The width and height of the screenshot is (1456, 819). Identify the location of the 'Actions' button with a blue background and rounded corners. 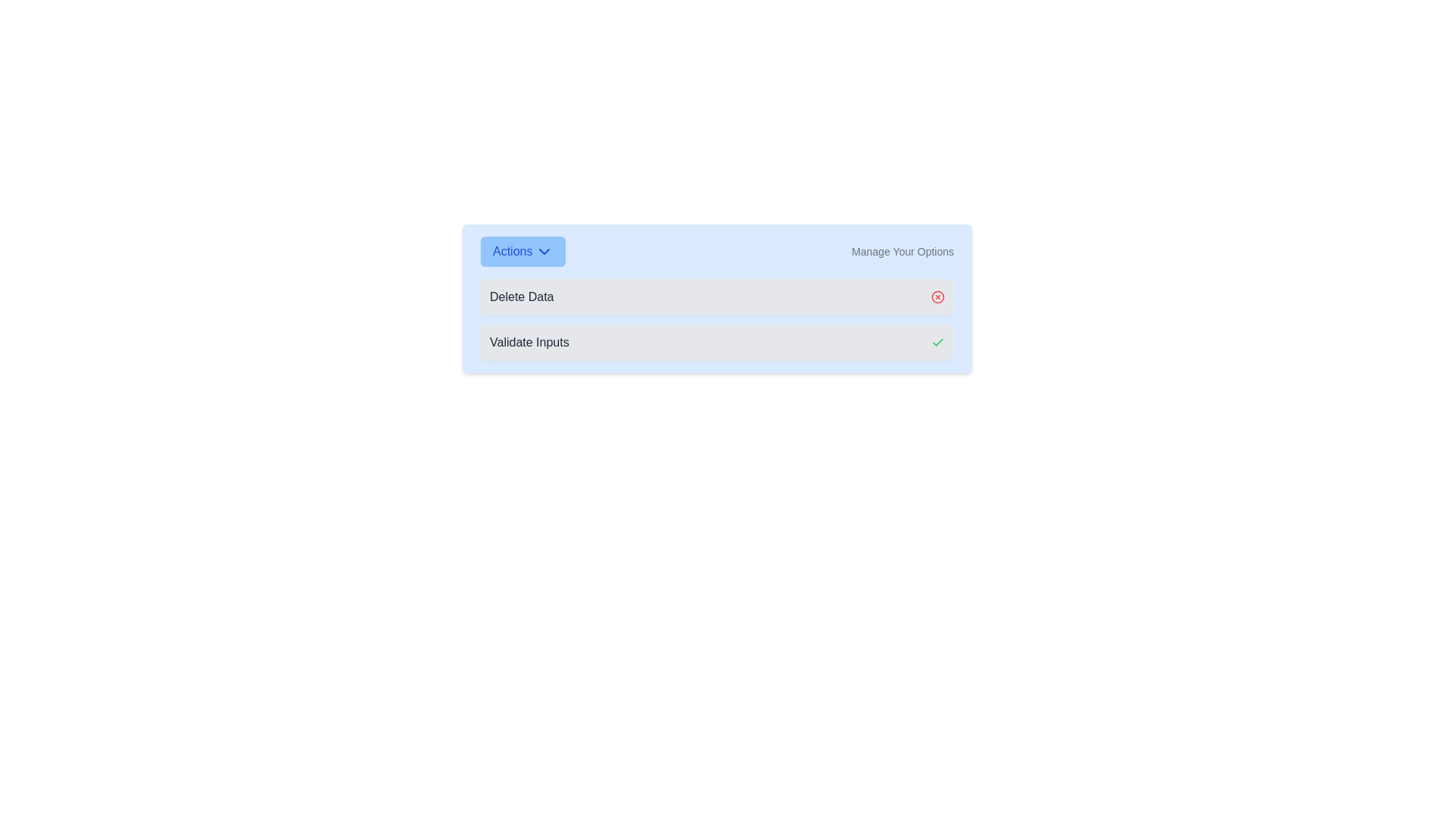
(523, 250).